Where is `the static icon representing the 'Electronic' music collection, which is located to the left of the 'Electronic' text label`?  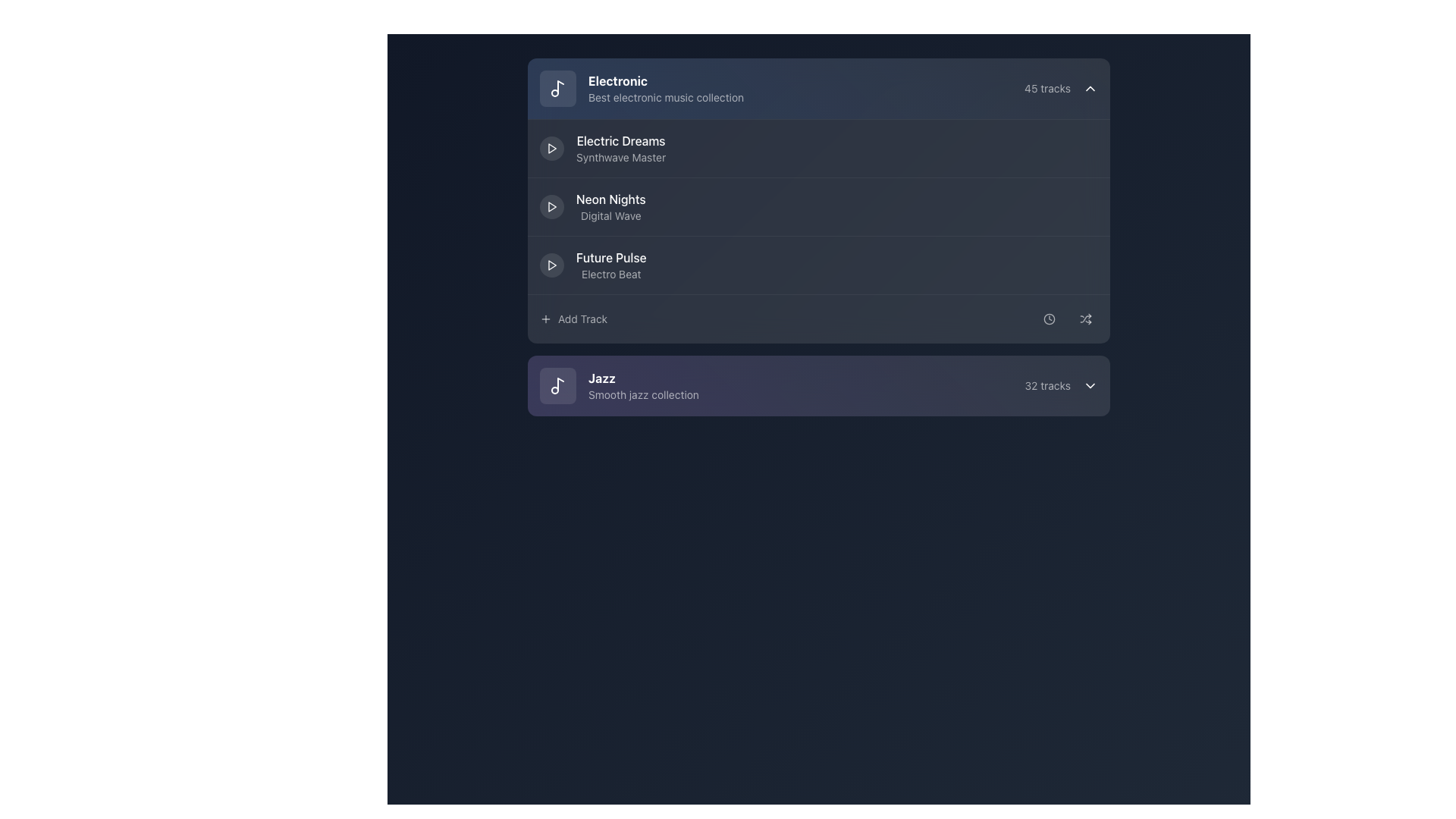 the static icon representing the 'Electronic' music collection, which is located to the left of the 'Electronic' text label is located at coordinates (557, 88).